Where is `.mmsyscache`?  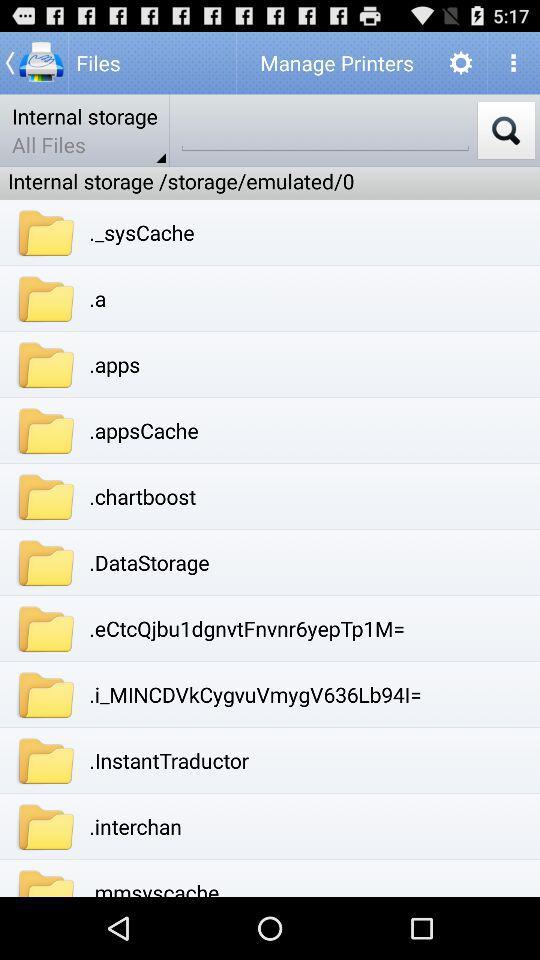
.mmsyscache is located at coordinates (153, 886).